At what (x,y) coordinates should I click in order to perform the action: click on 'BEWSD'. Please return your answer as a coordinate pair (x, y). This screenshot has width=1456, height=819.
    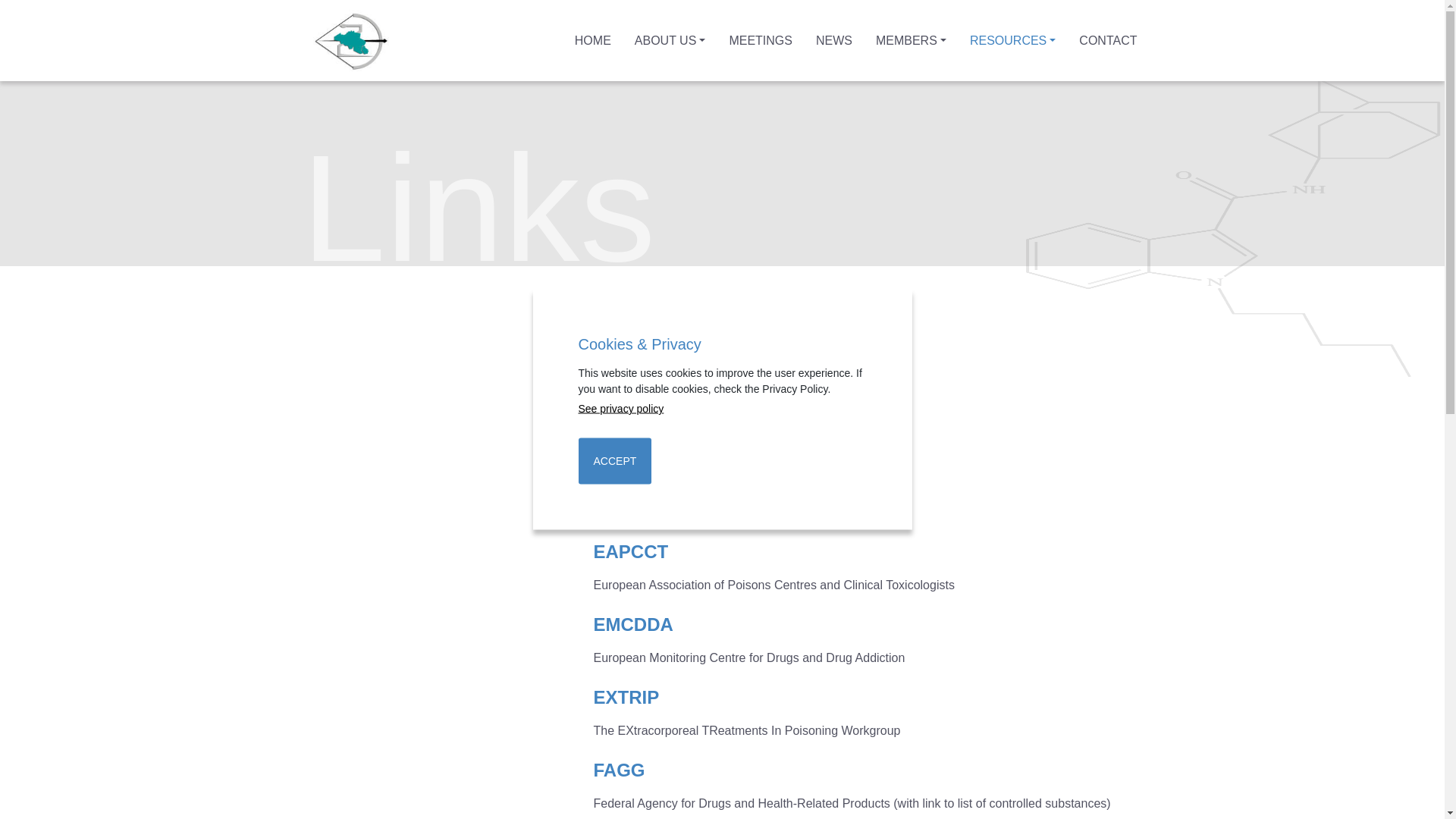
    Looking at the image, I should click on (626, 479).